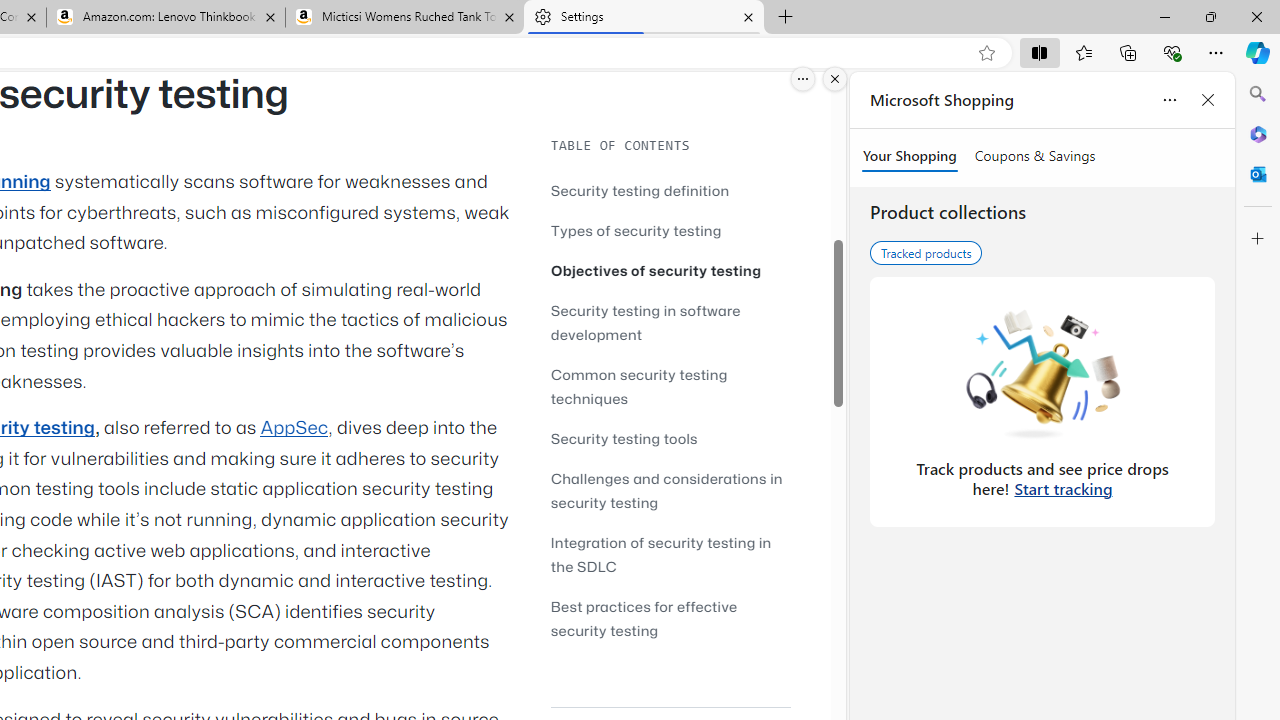 This screenshot has width=1280, height=720. What do you see at coordinates (986, 52) in the screenshot?
I see `'Add this page to favorites (Ctrl+D)'` at bounding box center [986, 52].